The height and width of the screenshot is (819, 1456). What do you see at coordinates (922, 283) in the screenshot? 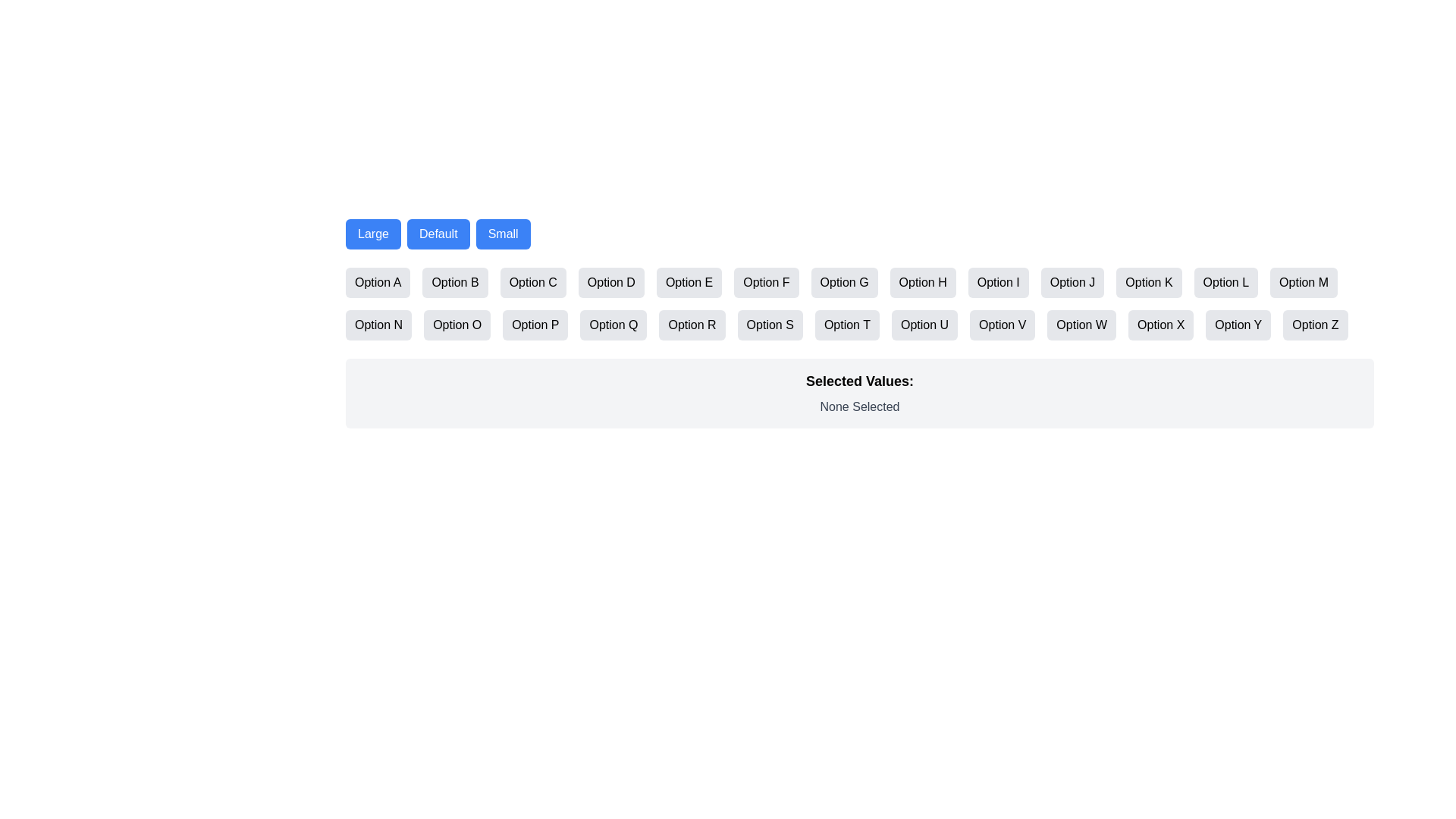
I see `the rectangular button with a light gray background and rounded corners, labeled 'Option H'` at bounding box center [922, 283].